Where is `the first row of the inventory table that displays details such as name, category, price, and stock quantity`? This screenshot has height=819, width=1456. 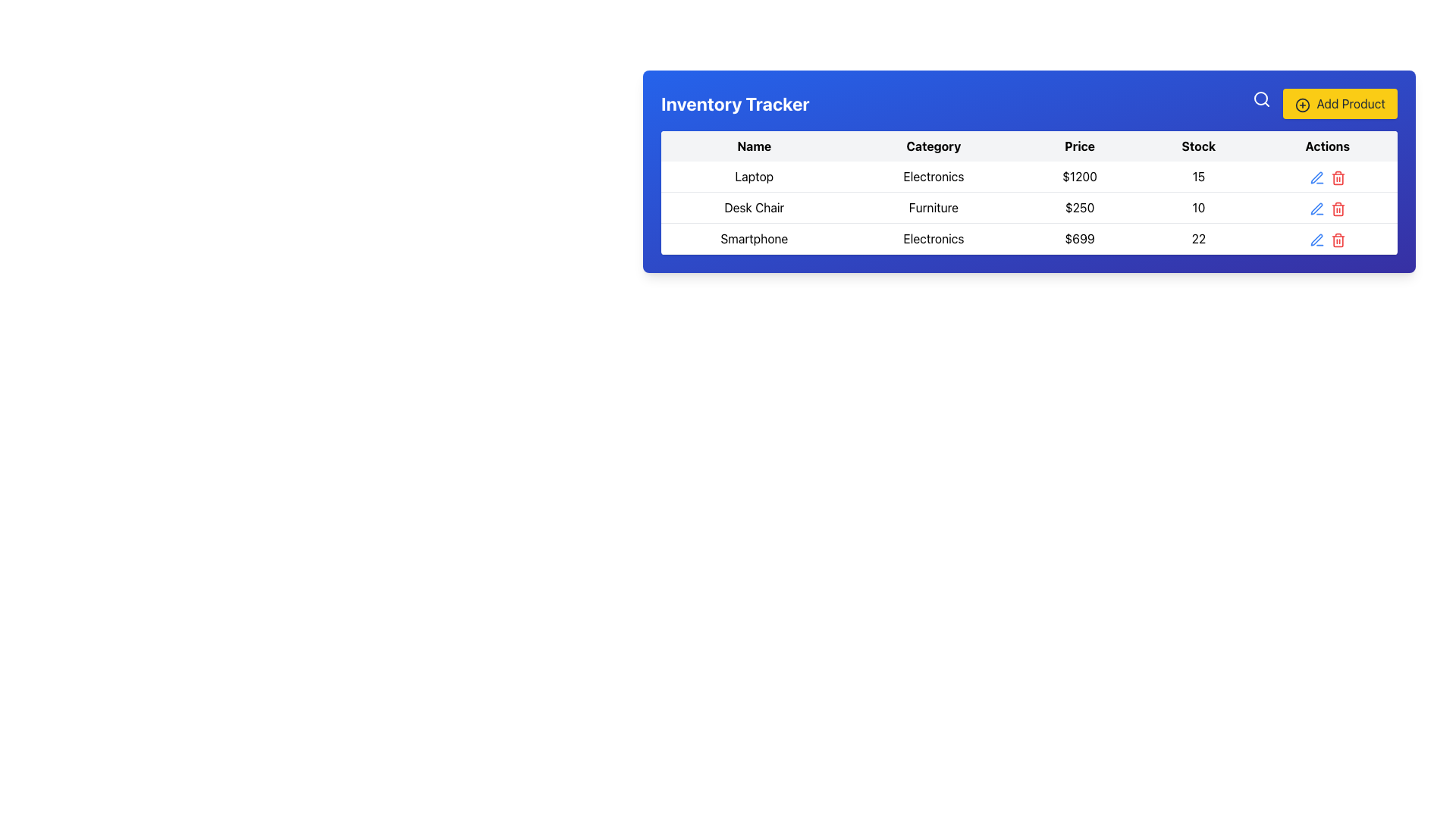
the first row of the inventory table that displays details such as name, category, price, and stock quantity is located at coordinates (1029, 176).